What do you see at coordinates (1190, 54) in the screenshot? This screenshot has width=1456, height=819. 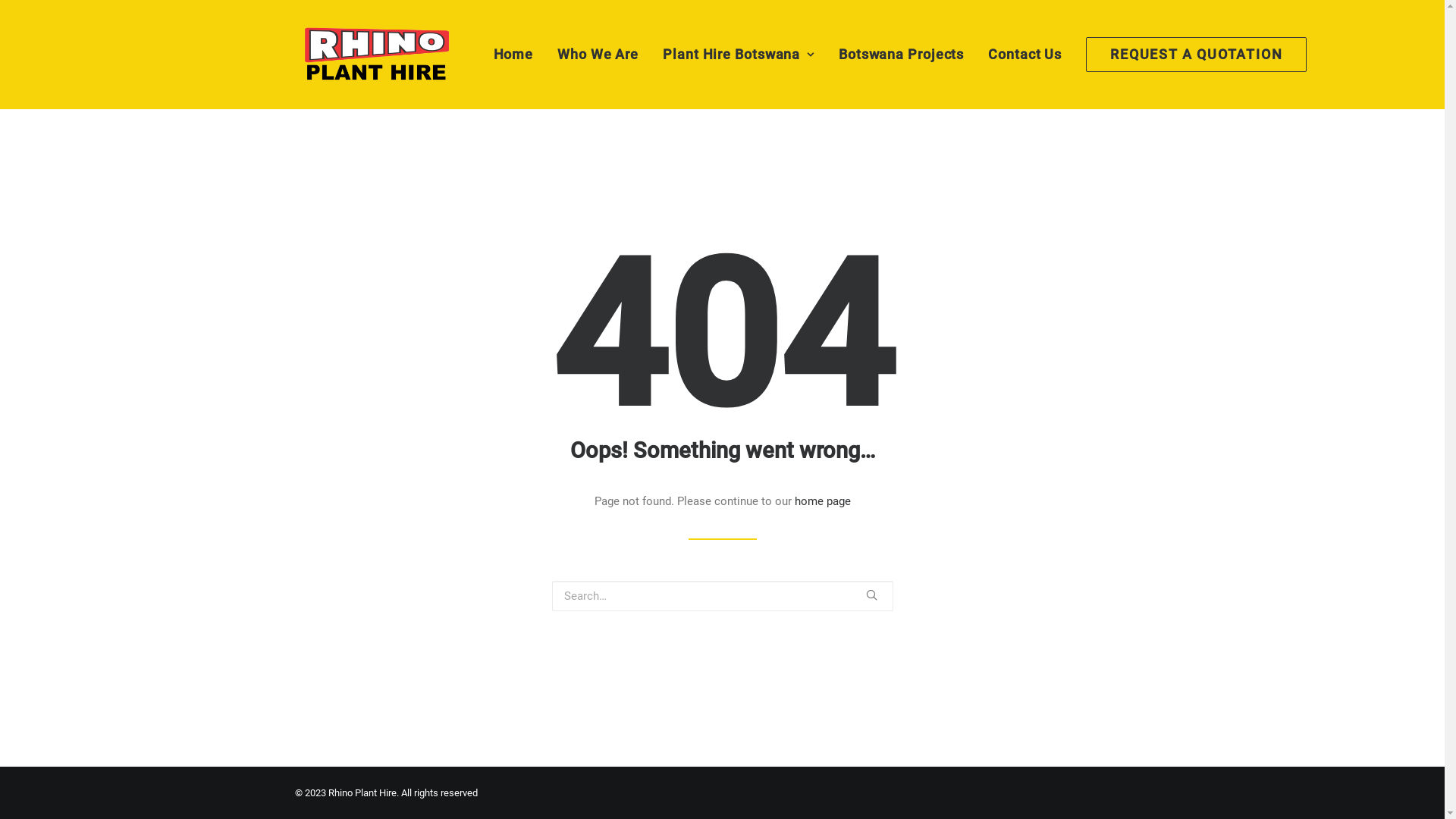 I see `'REQUEST A QUOTATION'` at bounding box center [1190, 54].